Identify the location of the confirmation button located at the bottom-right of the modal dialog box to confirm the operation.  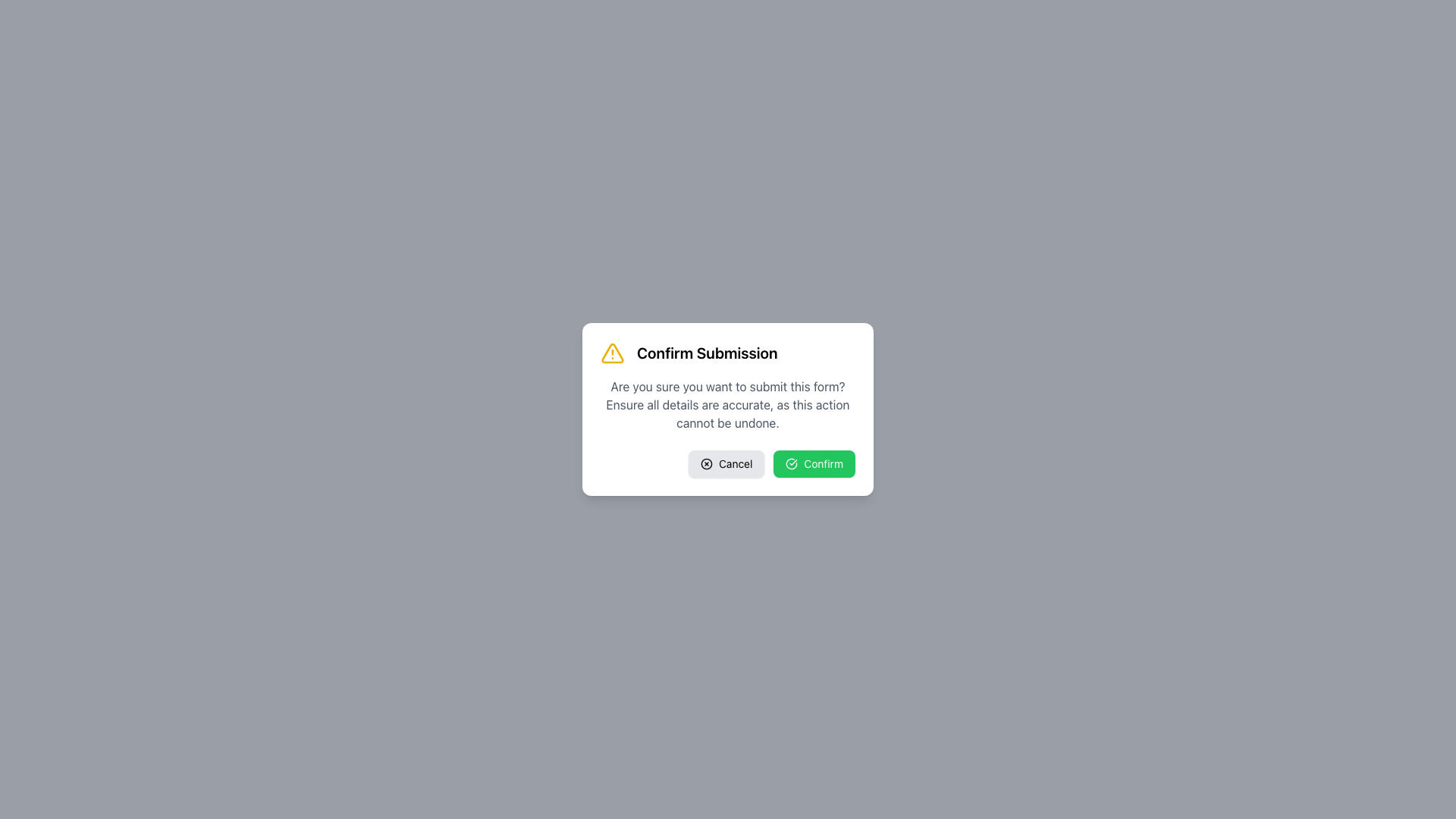
(814, 463).